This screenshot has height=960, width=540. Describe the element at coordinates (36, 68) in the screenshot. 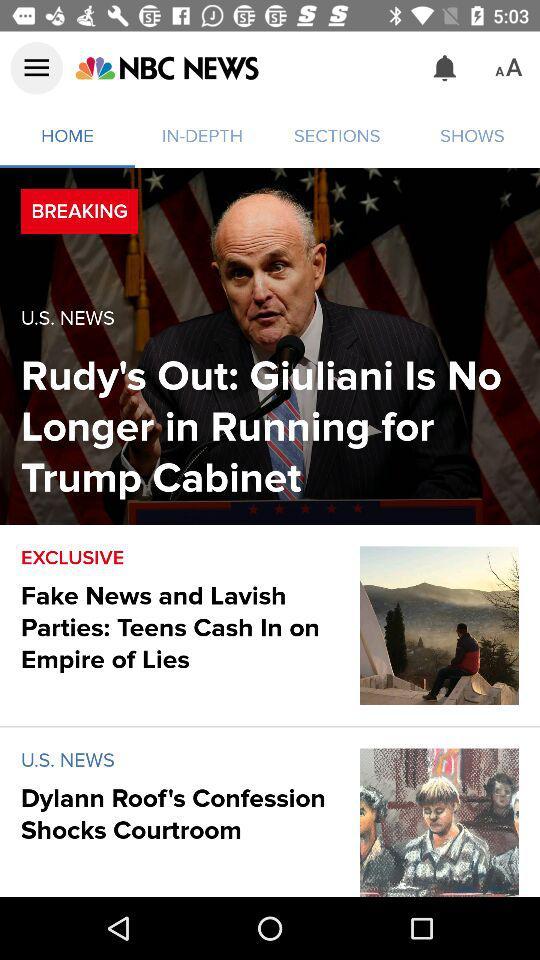

I see `the item above the home` at that location.